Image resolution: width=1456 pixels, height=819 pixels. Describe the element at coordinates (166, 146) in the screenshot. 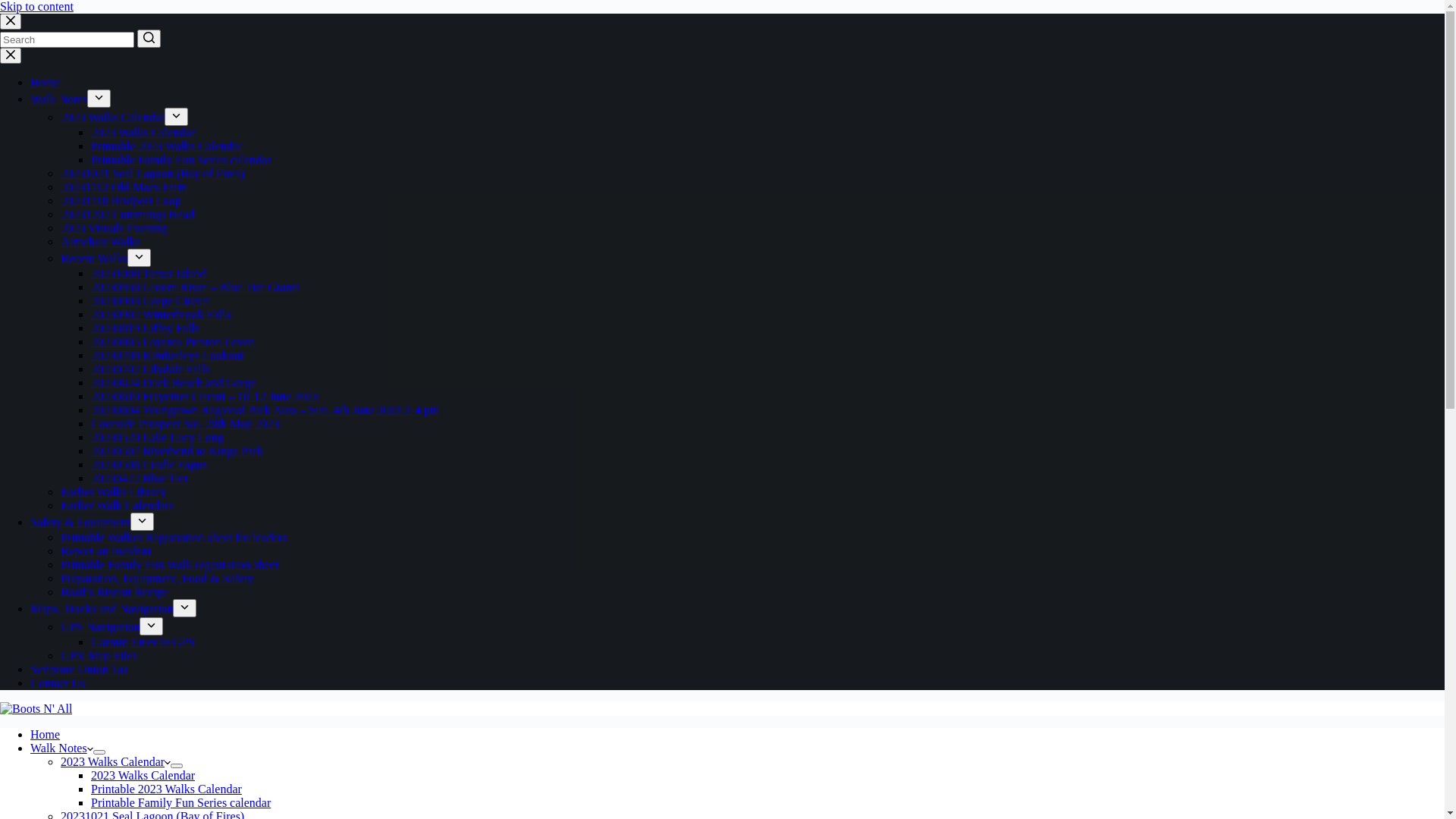

I see `'Printable 2023 Walks Calendar'` at that location.